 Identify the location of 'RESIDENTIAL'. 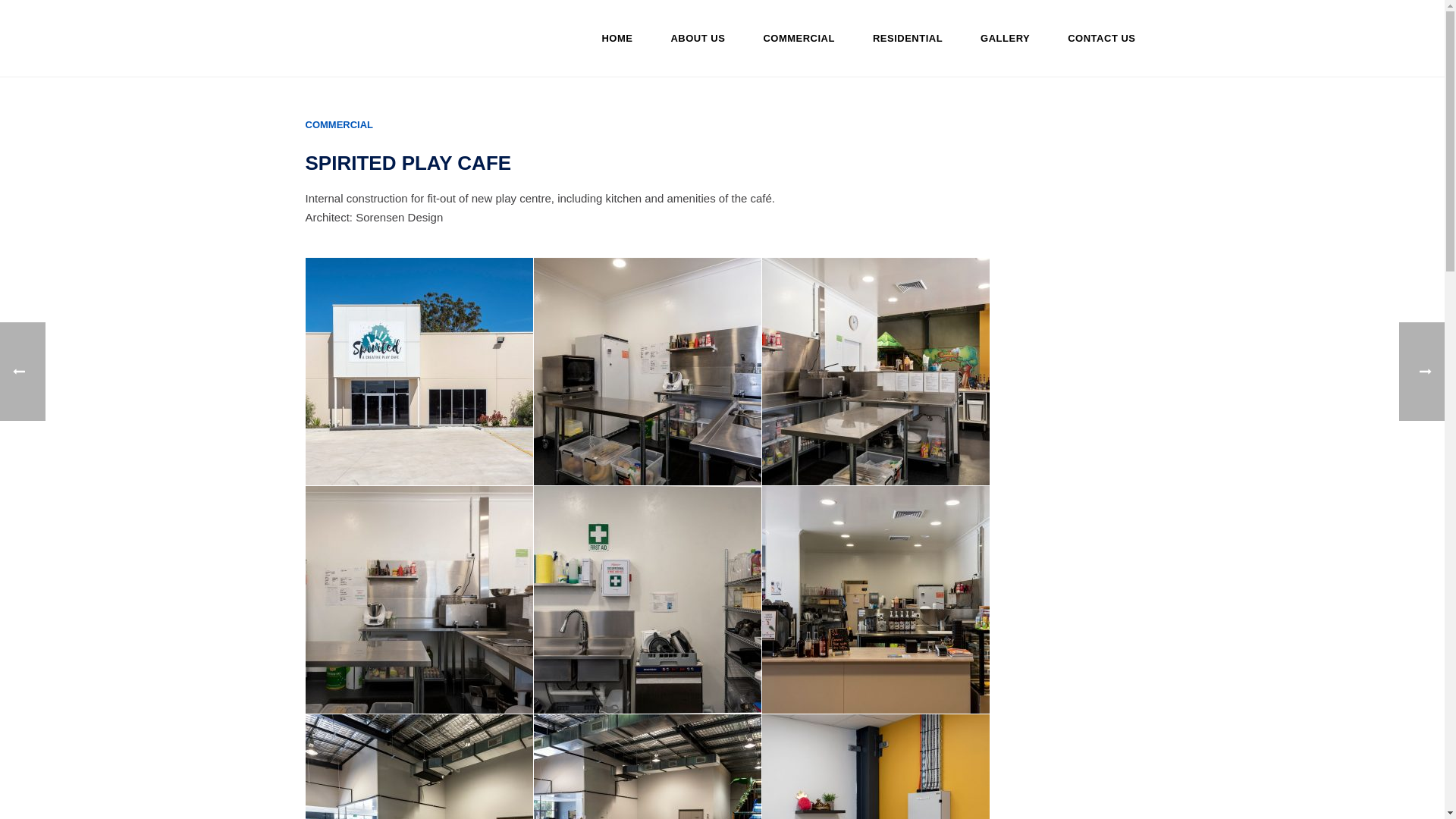
(907, 37).